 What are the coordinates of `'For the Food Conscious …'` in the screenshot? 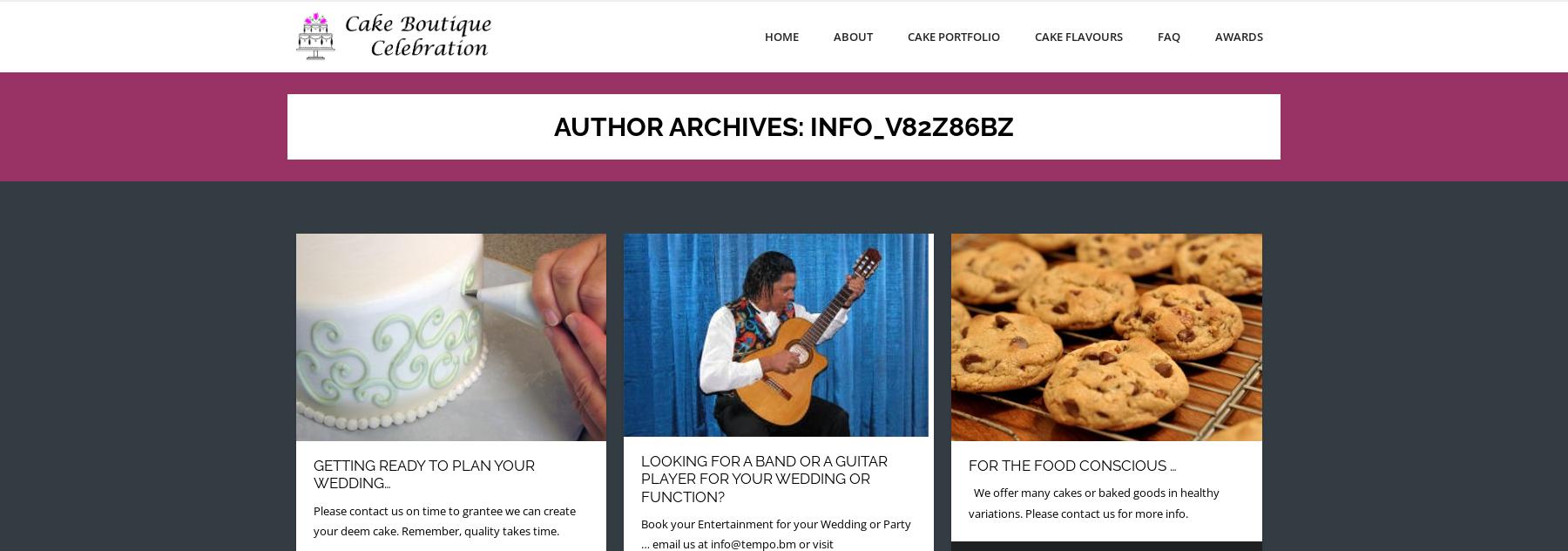 It's located at (969, 465).